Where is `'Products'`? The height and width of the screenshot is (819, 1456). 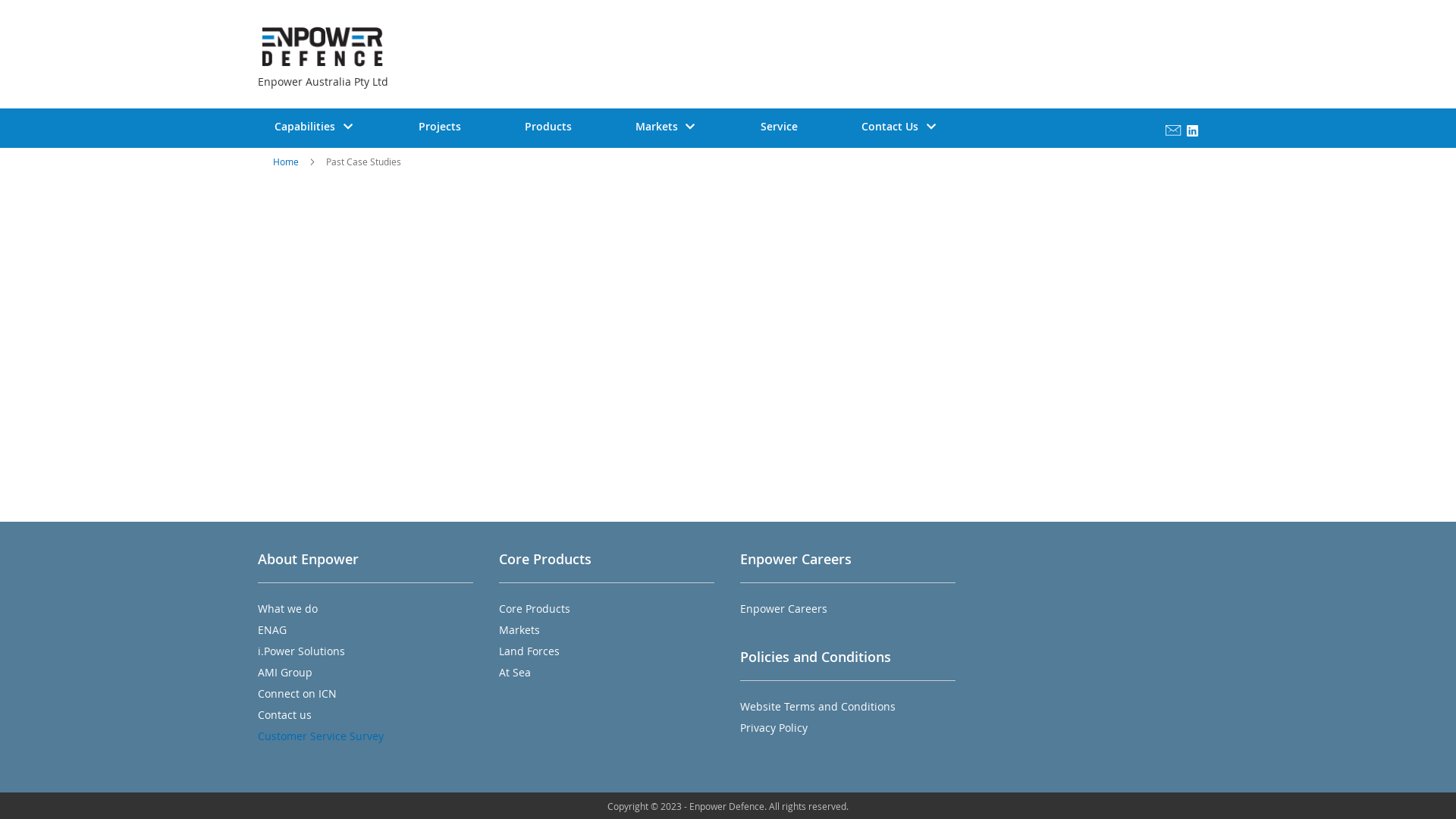
'Products' is located at coordinates (548, 125).